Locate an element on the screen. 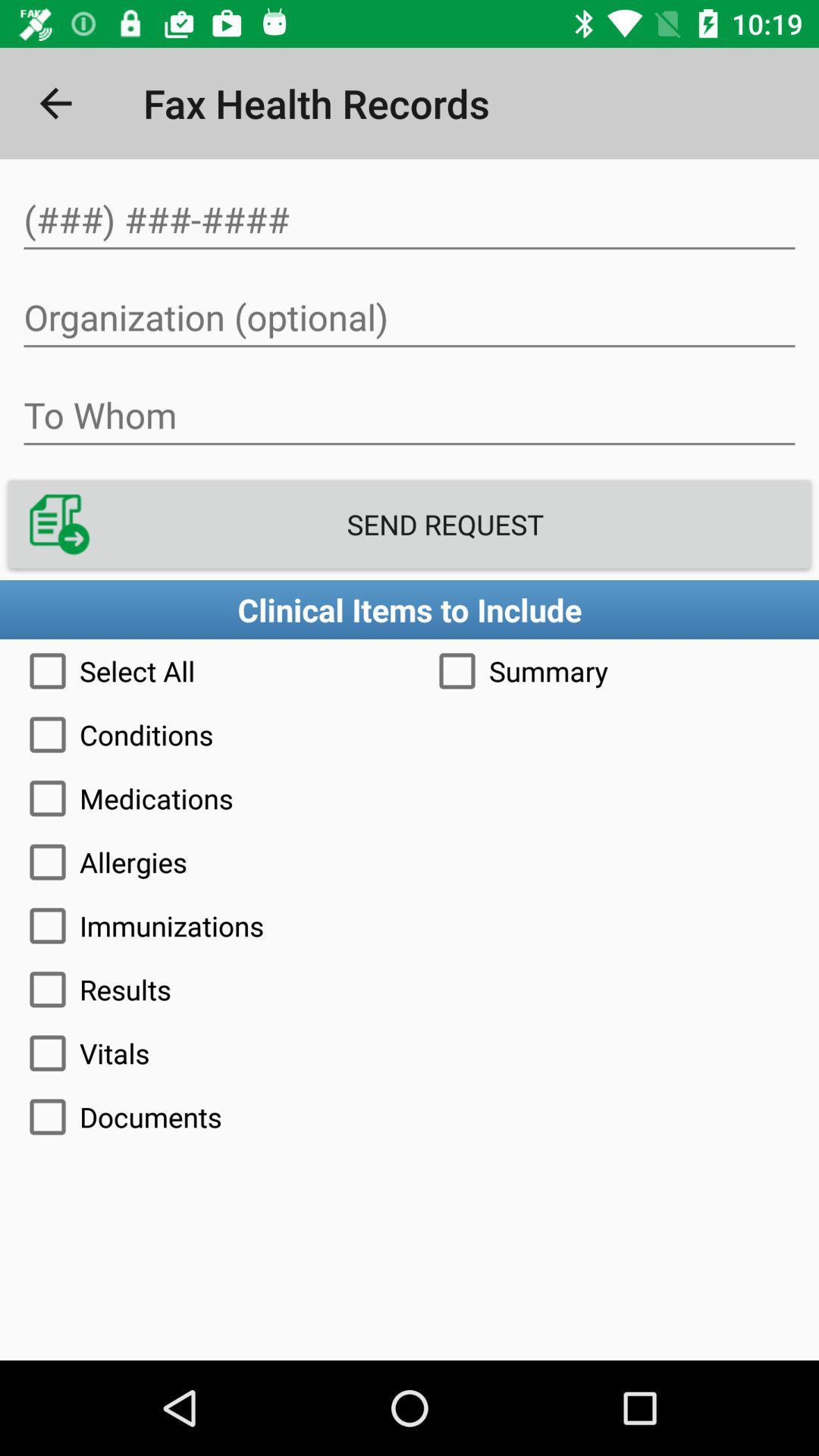  icon to the left of the summary is located at coordinates (205, 670).